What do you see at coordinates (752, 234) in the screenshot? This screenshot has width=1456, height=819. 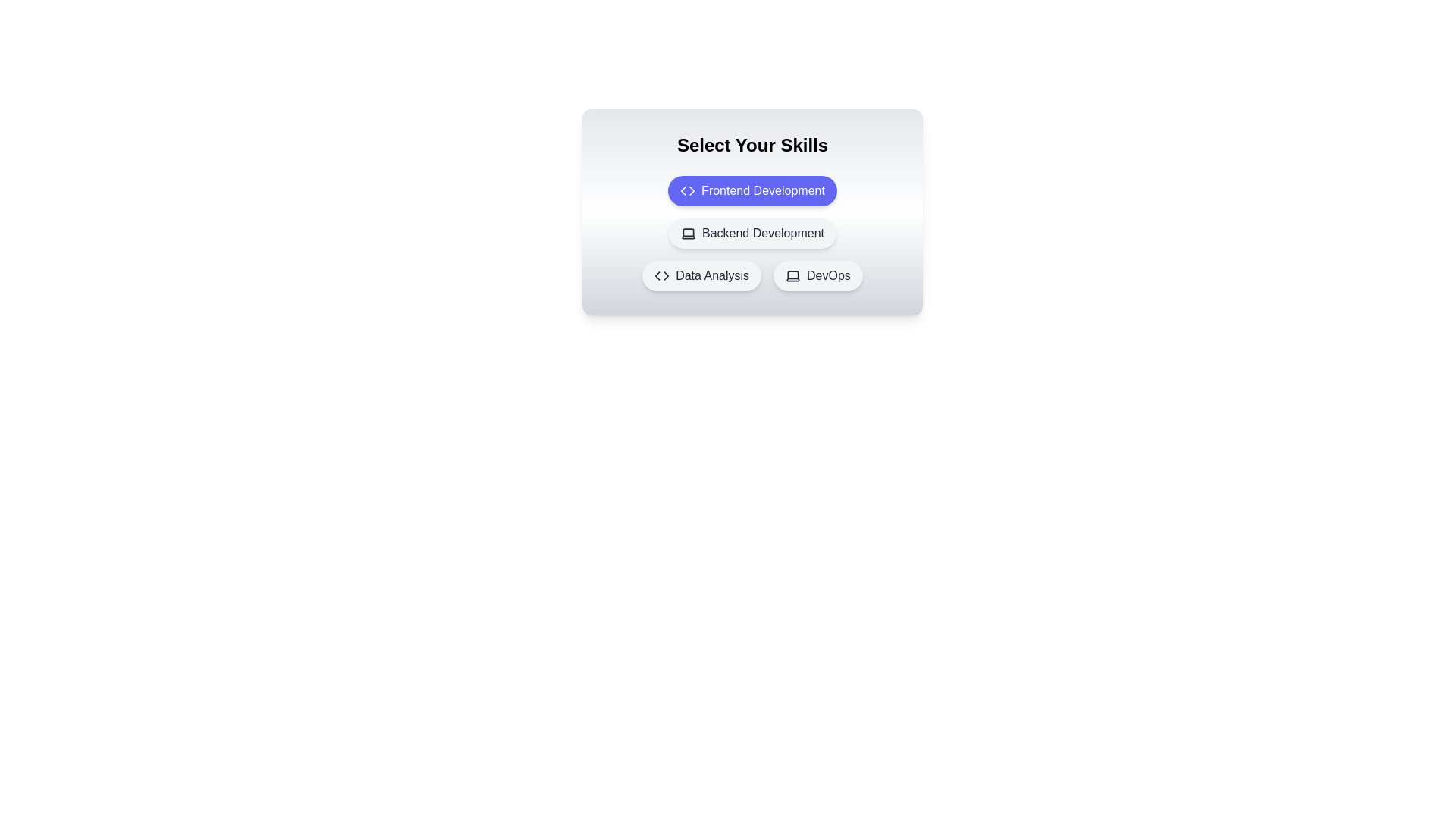 I see `the skill chip labeled 'Backend Development' to toggle its selection state` at bounding box center [752, 234].